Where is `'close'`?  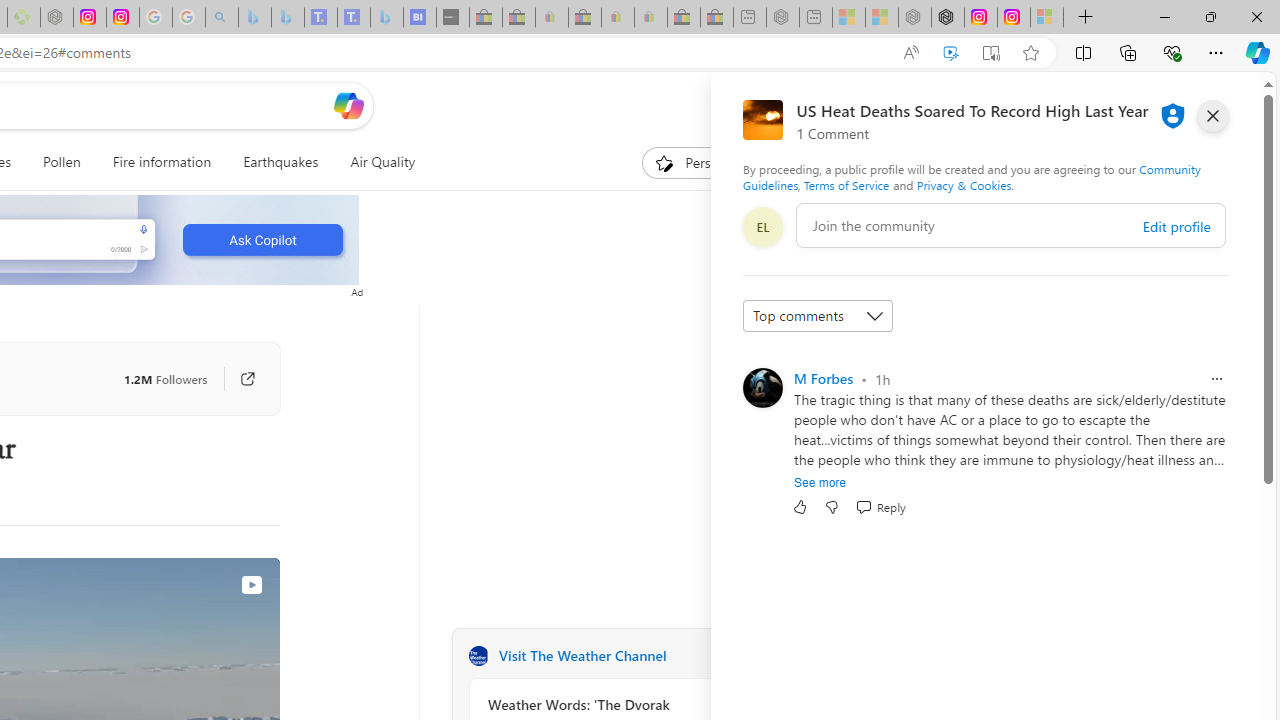 'close' is located at coordinates (1211, 115).